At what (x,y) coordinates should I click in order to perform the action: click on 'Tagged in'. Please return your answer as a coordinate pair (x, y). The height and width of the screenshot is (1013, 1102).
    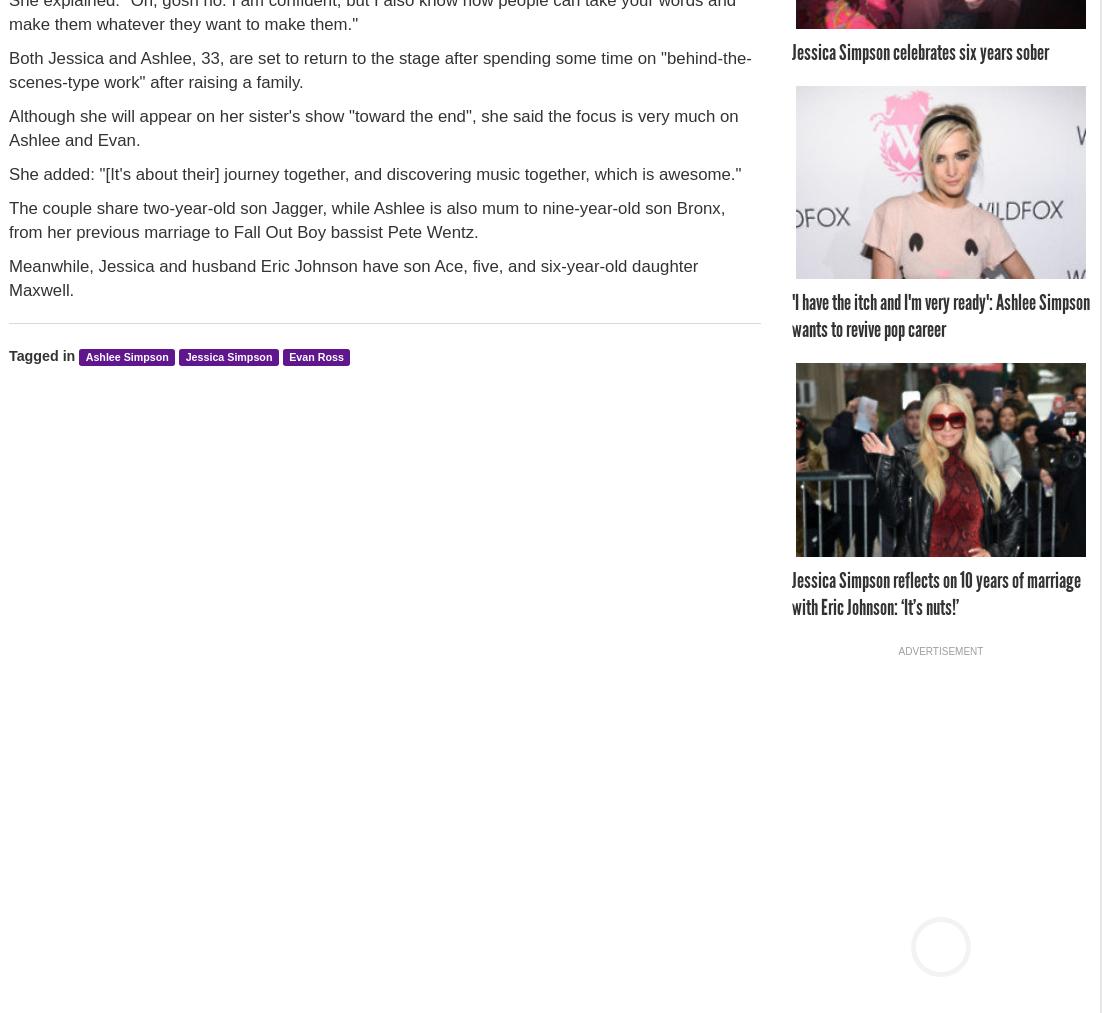
    Looking at the image, I should click on (8, 354).